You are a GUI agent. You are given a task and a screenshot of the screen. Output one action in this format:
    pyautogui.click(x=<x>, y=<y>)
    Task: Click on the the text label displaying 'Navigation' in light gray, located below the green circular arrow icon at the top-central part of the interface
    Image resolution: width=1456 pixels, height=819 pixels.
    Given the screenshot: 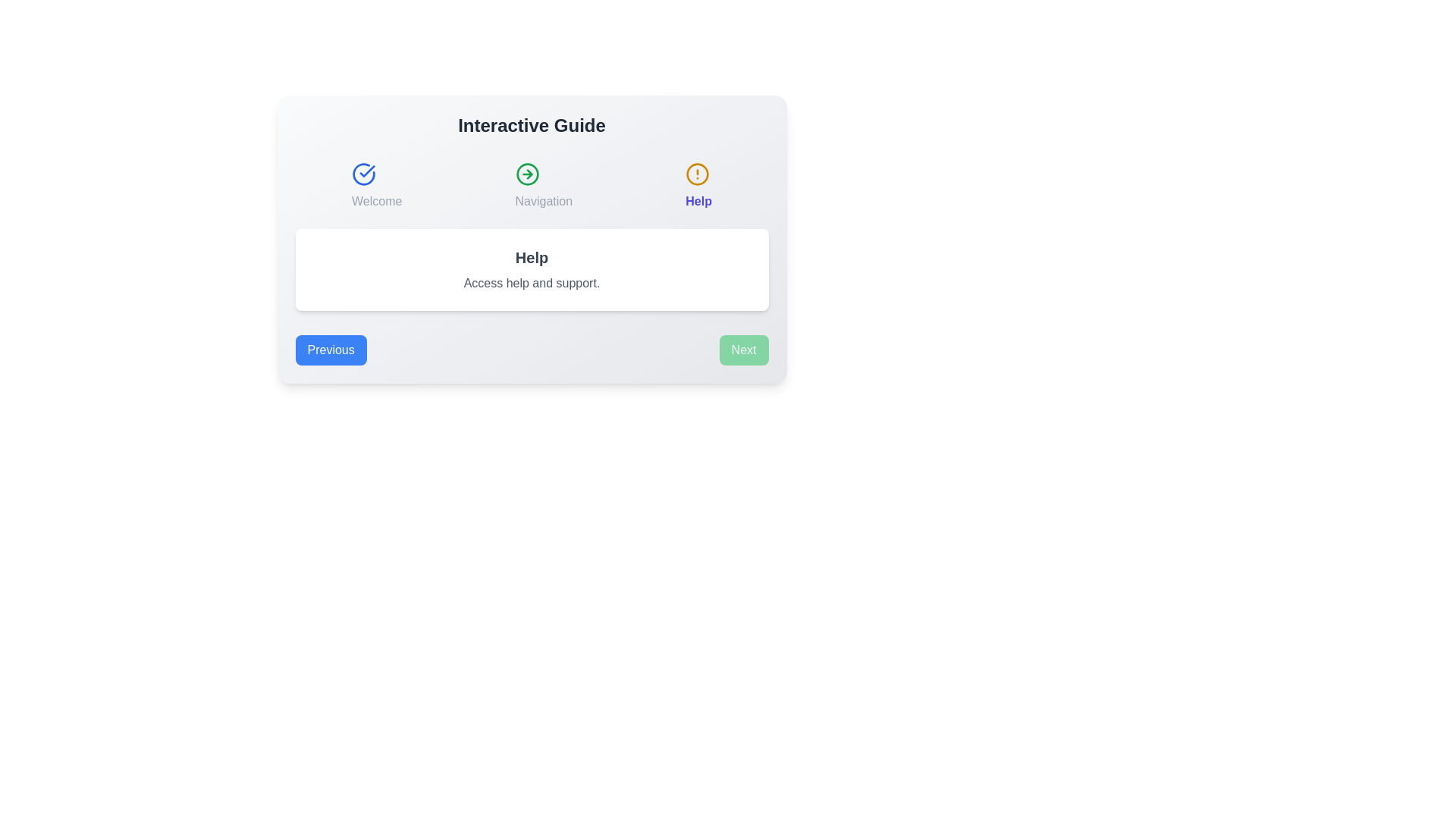 What is the action you would take?
    pyautogui.click(x=544, y=201)
    